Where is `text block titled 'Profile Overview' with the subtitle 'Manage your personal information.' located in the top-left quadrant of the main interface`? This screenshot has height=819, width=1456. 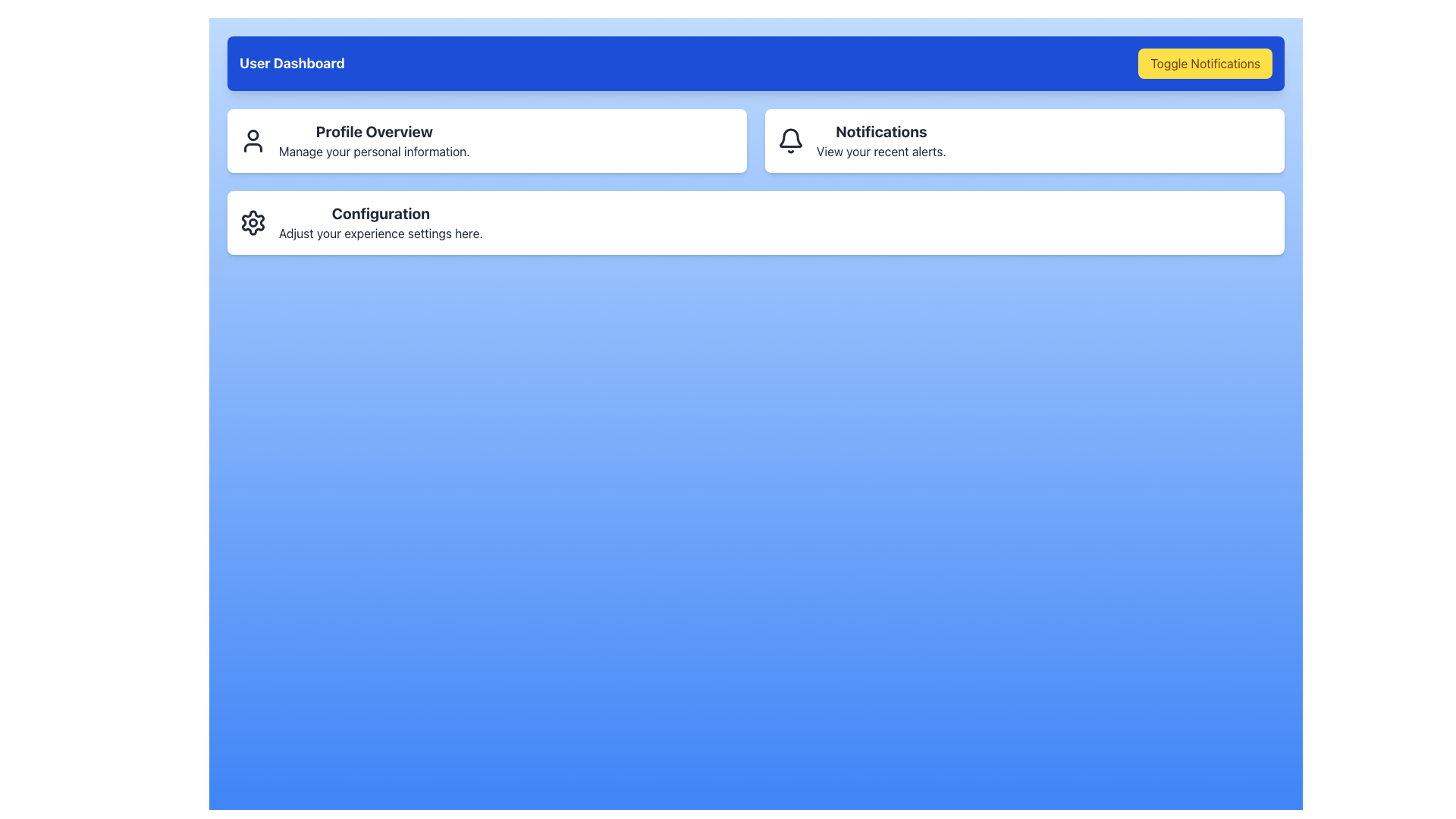 text block titled 'Profile Overview' with the subtitle 'Manage your personal information.' located in the top-left quadrant of the main interface is located at coordinates (374, 140).